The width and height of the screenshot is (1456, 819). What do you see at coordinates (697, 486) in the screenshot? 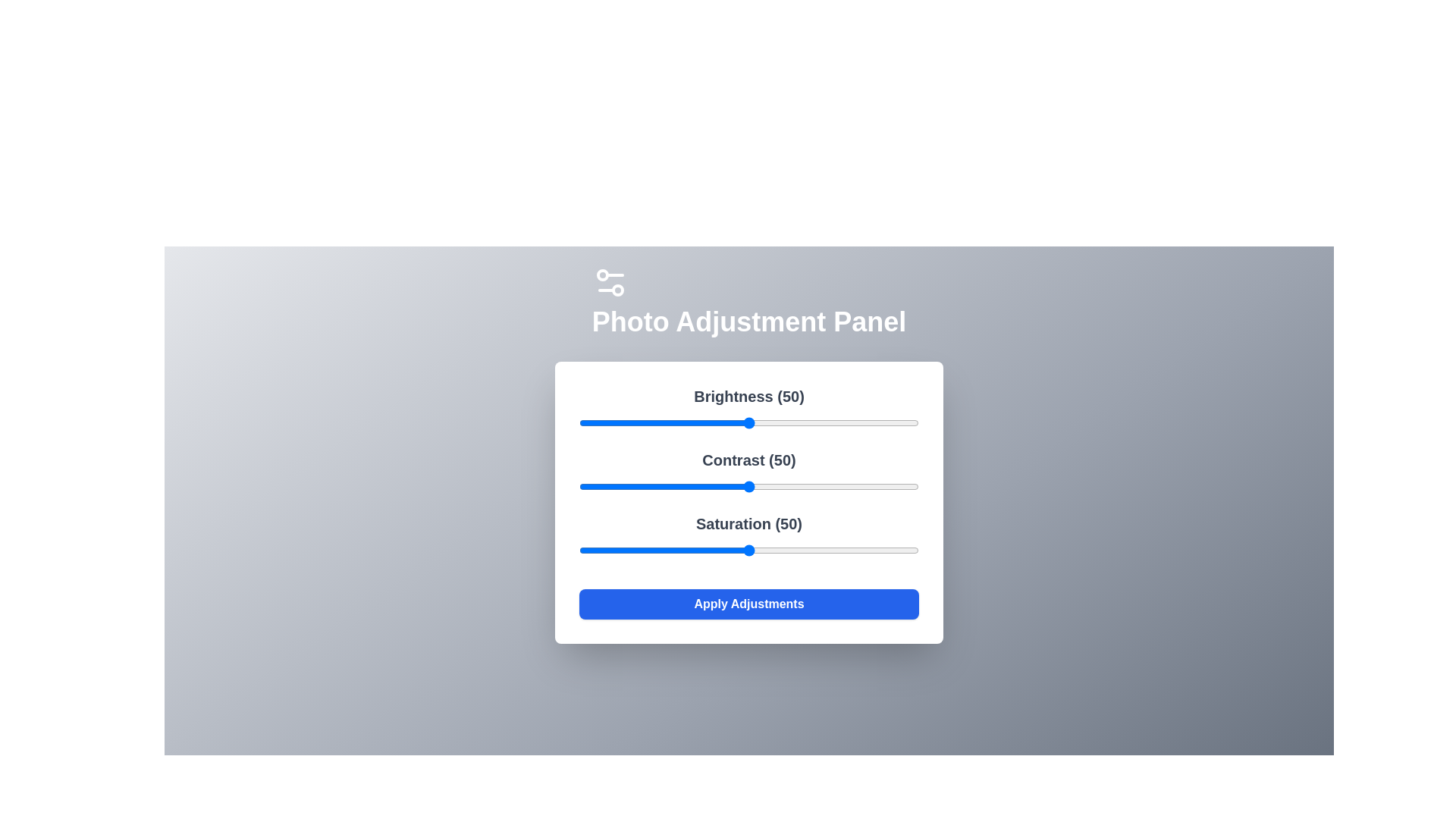
I see `the 1 slider to 35` at bounding box center [697, 486].